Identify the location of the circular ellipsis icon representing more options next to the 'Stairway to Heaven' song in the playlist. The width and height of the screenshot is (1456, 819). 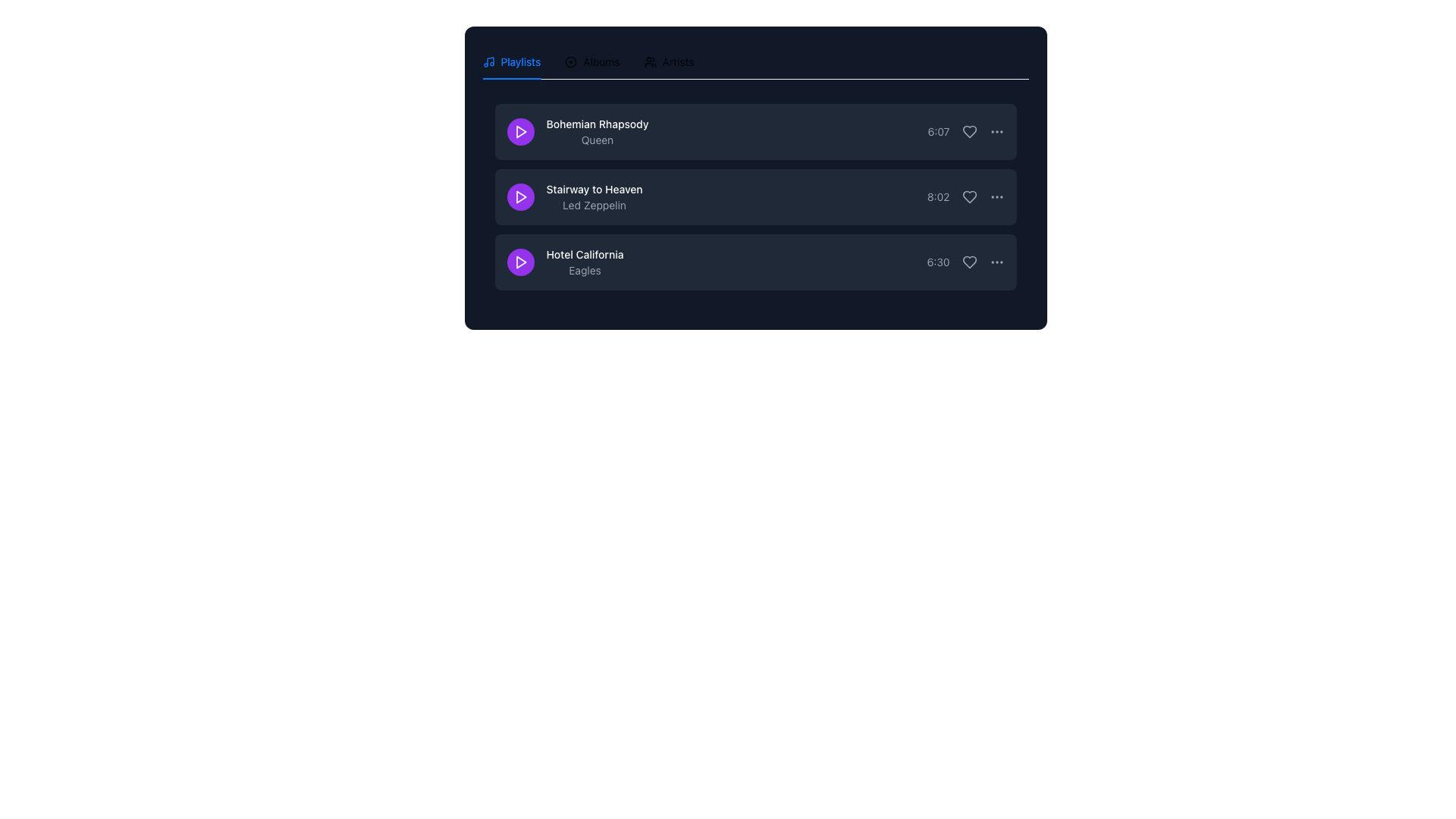
(996, 196).